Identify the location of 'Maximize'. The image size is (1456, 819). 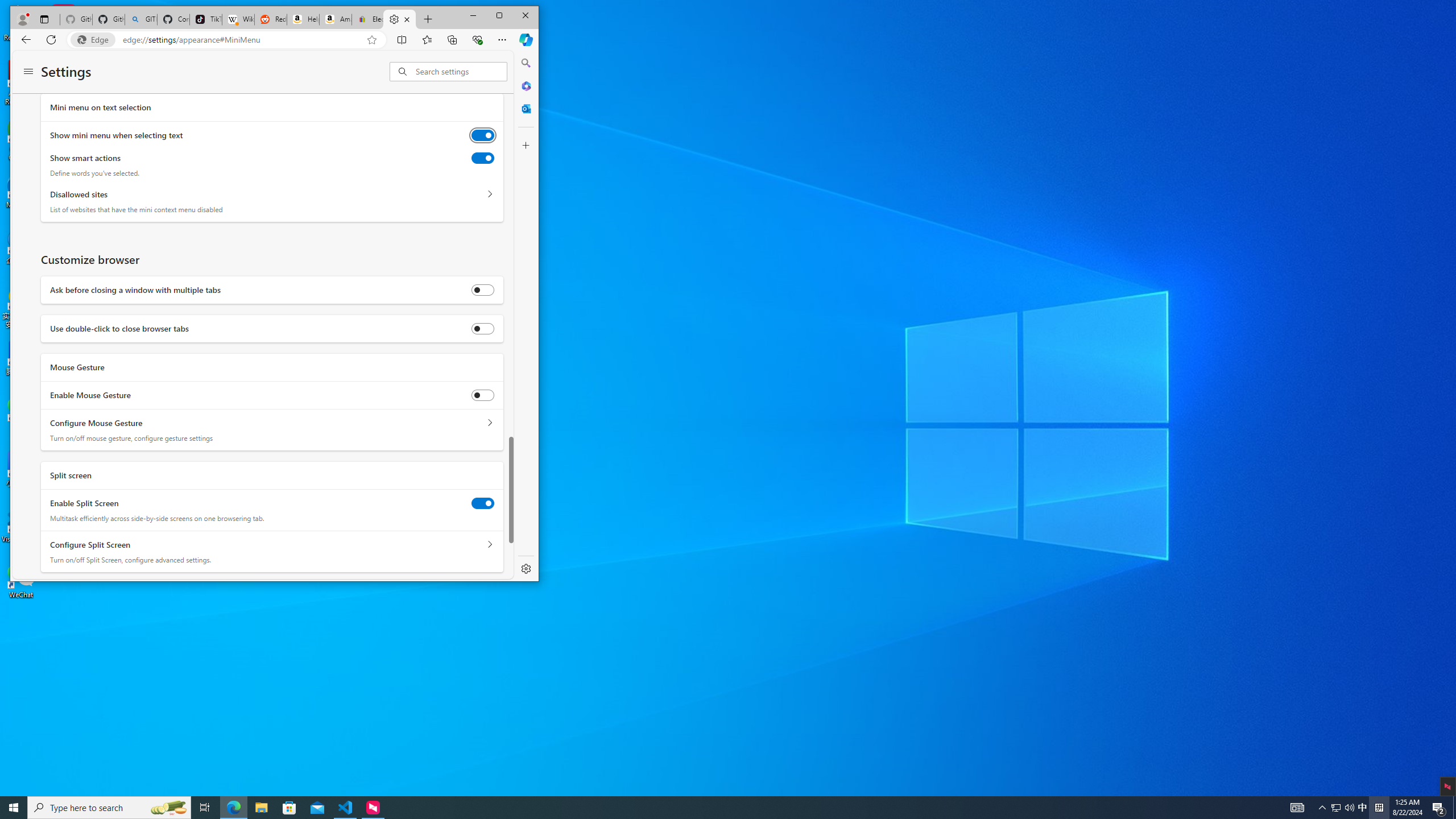
(499, 15).